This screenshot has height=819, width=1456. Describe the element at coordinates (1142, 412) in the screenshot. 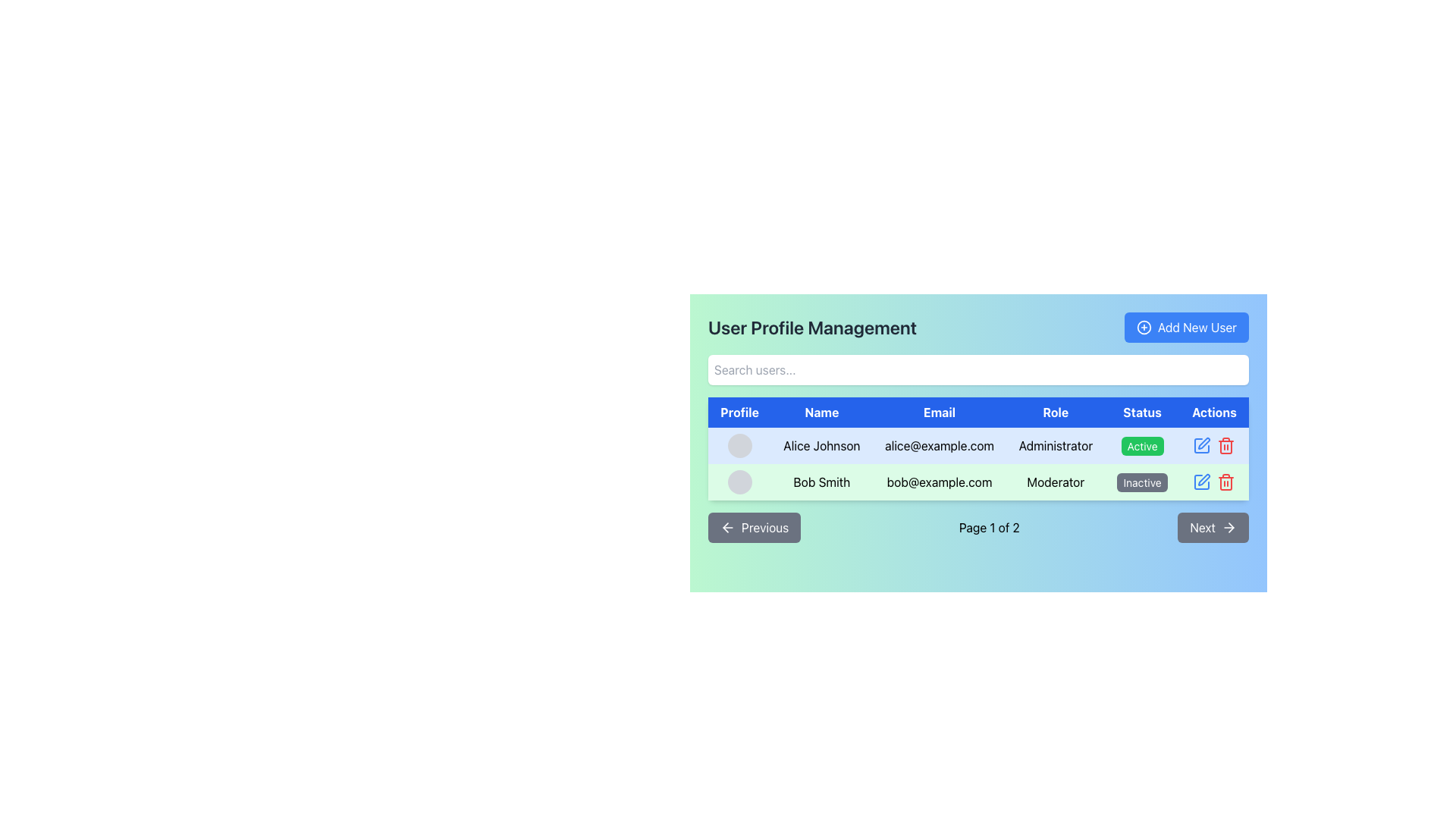

I see `the bold text label 'Status' which is styled with white text on a blue background and is the fifth column header in the 'User Profile Management' table` at that location.